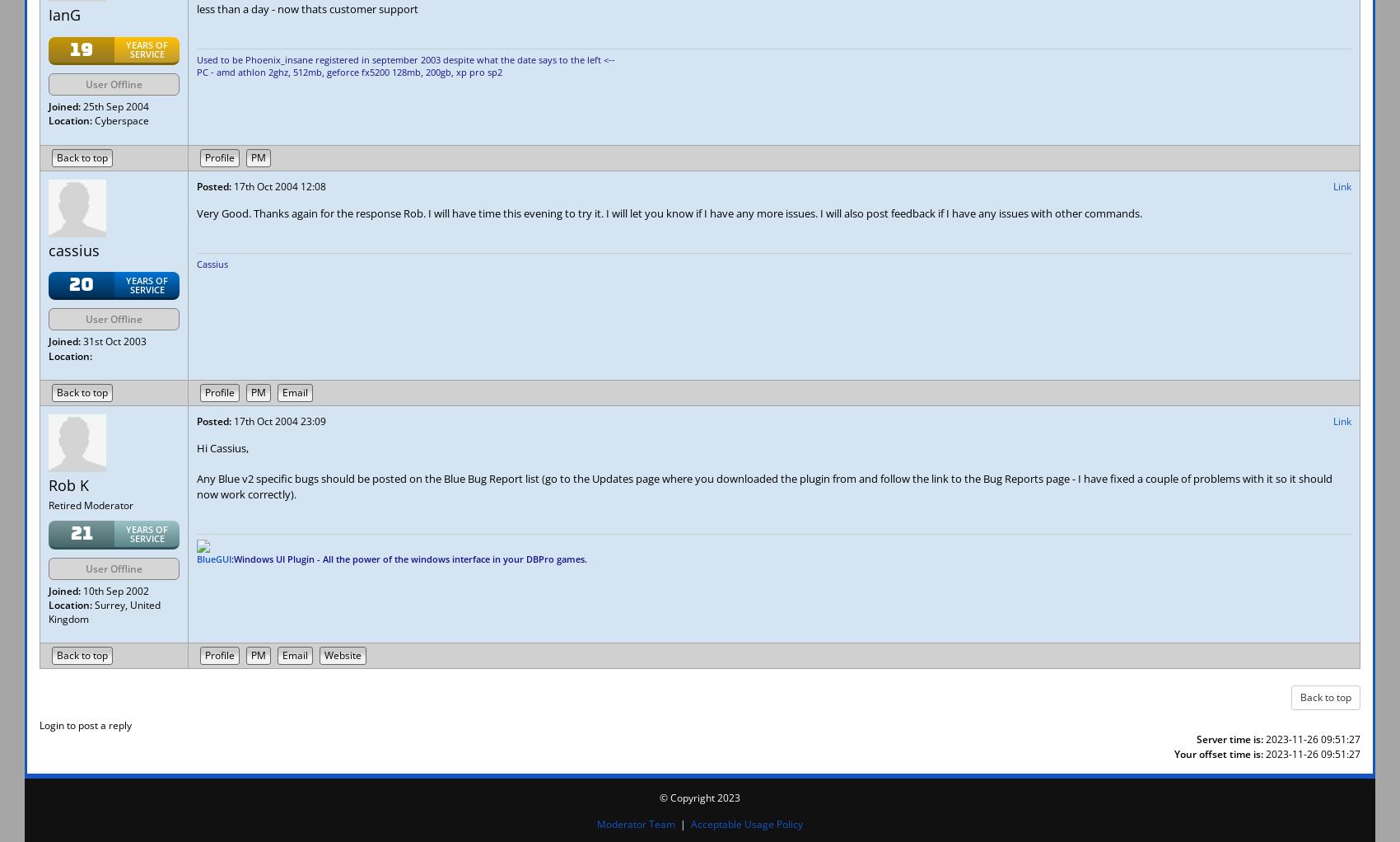  I want to click on '© Copyright 2023', so click(700, 796).